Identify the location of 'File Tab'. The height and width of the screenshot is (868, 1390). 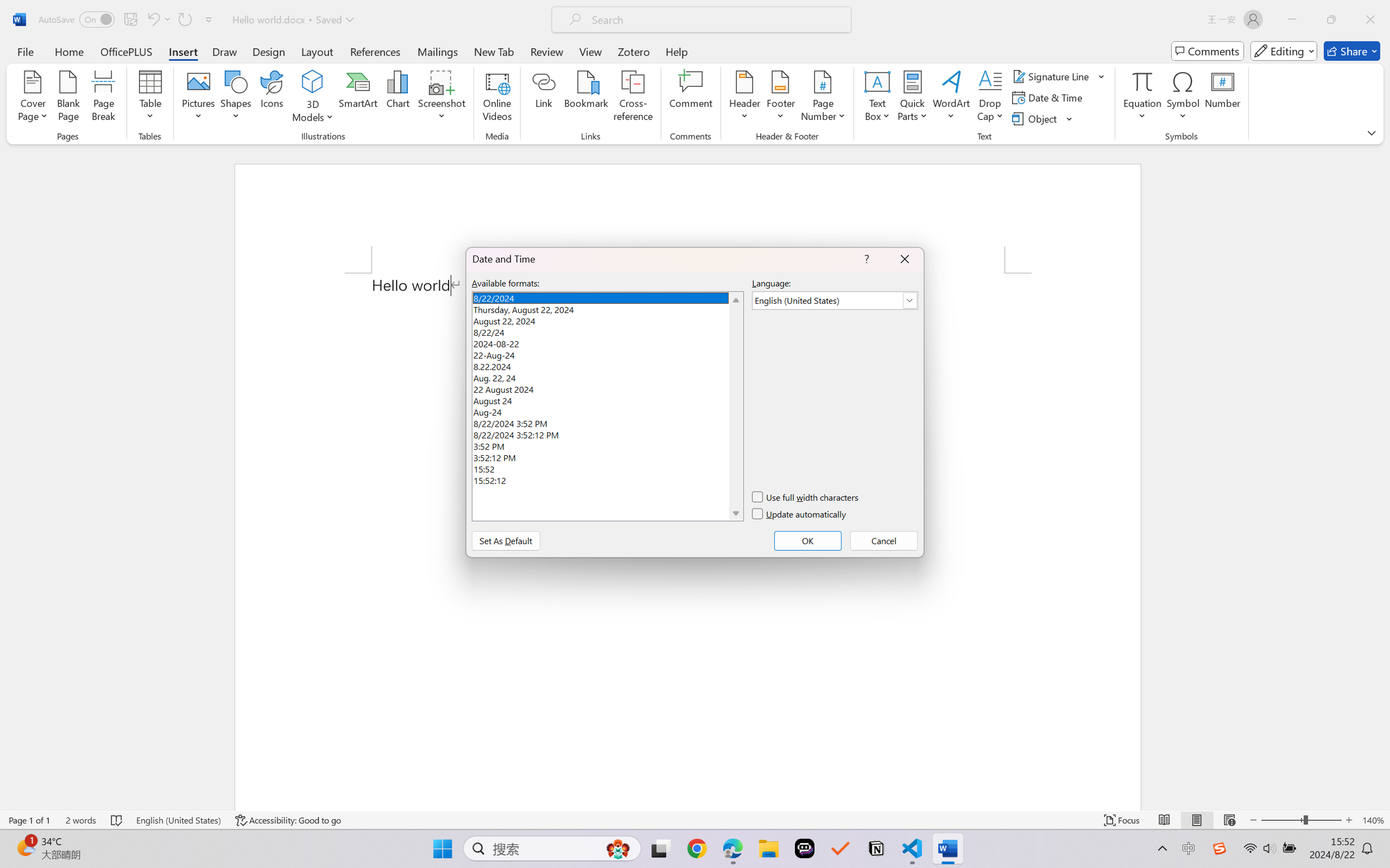
(25, 51).